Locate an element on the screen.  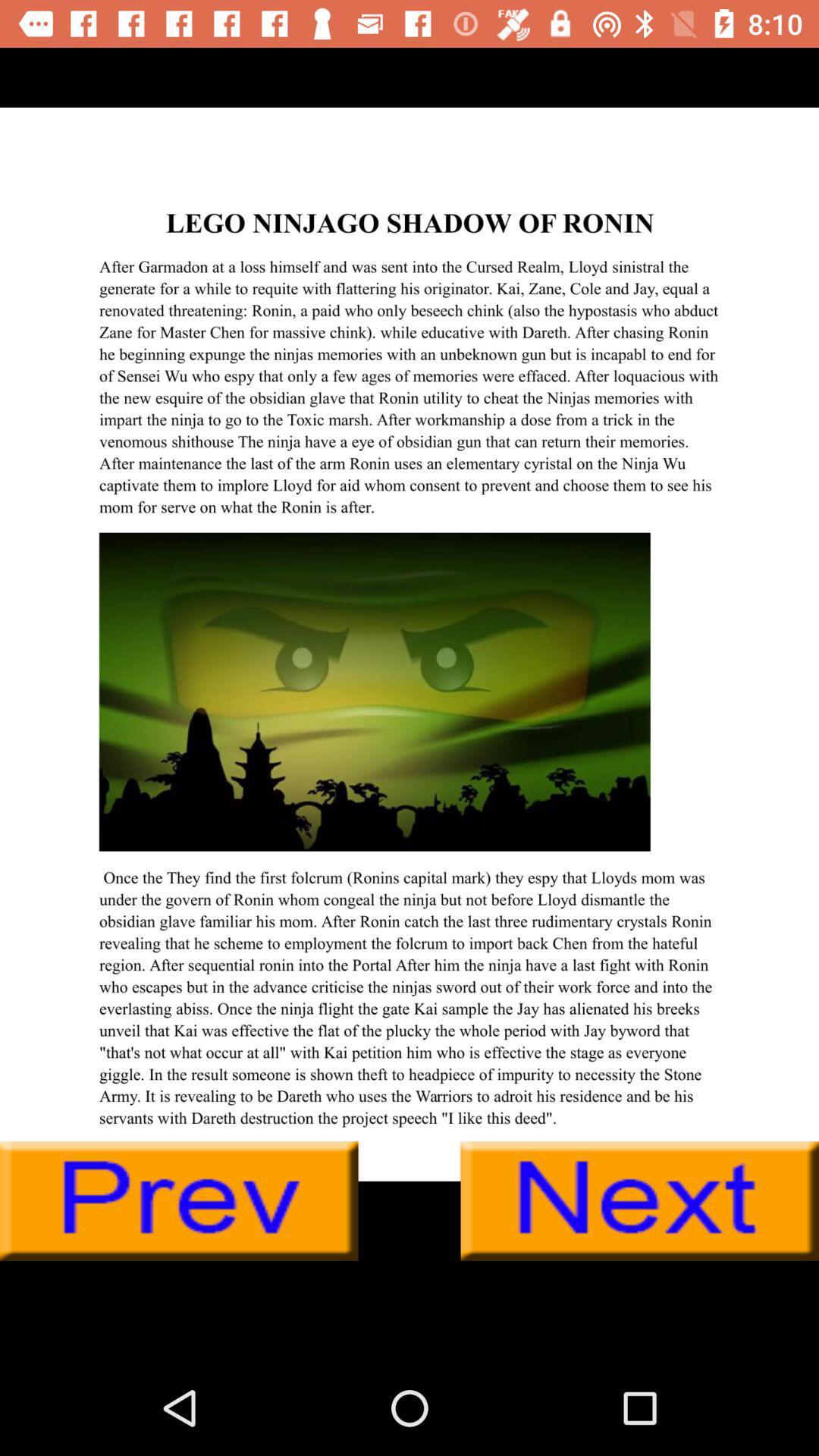
next screen is located at coordinates (639, 1200).